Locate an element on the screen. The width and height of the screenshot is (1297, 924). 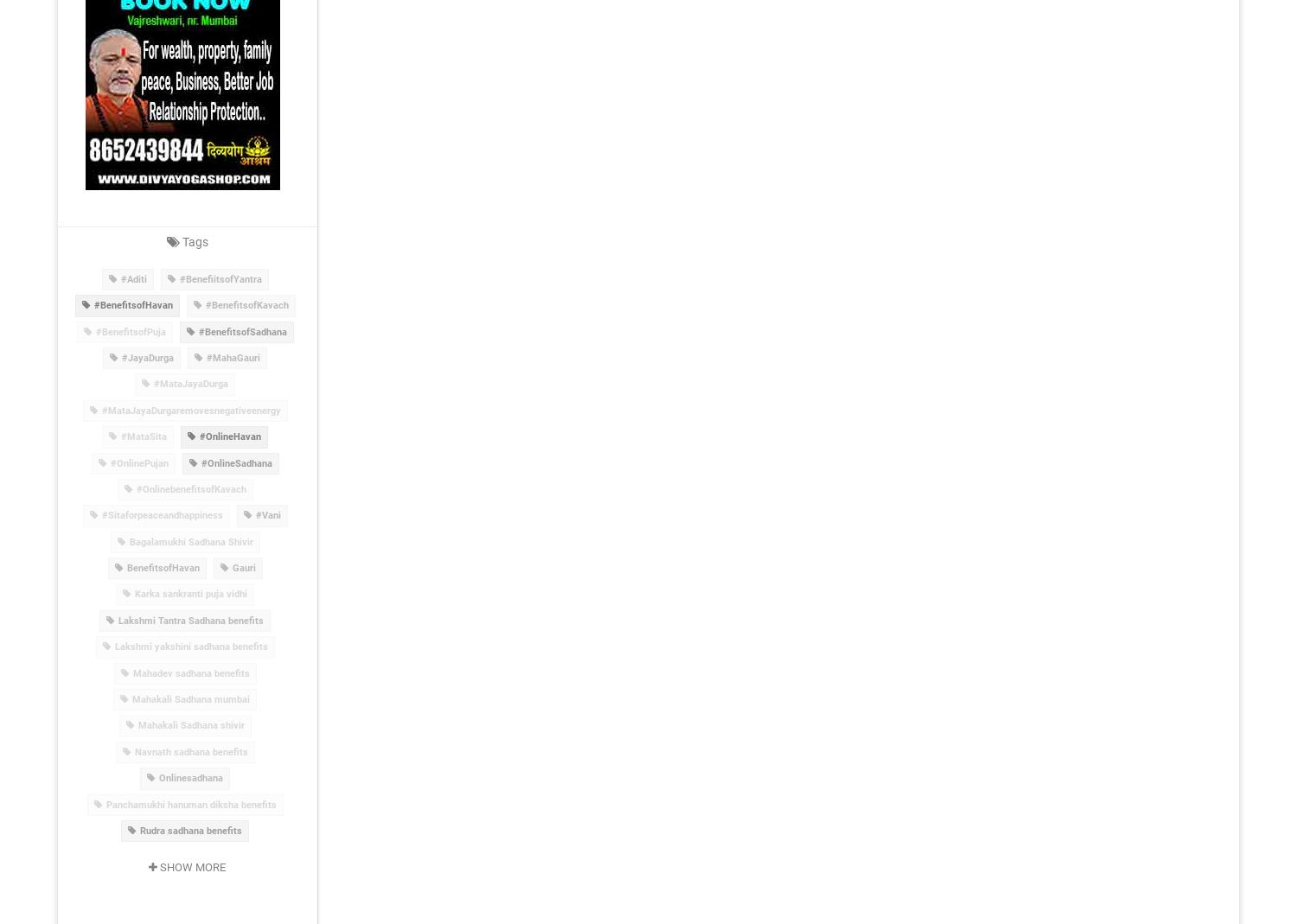
'Bagalamukhi Sadhana Shivir' is located at coordinates (128, 541).